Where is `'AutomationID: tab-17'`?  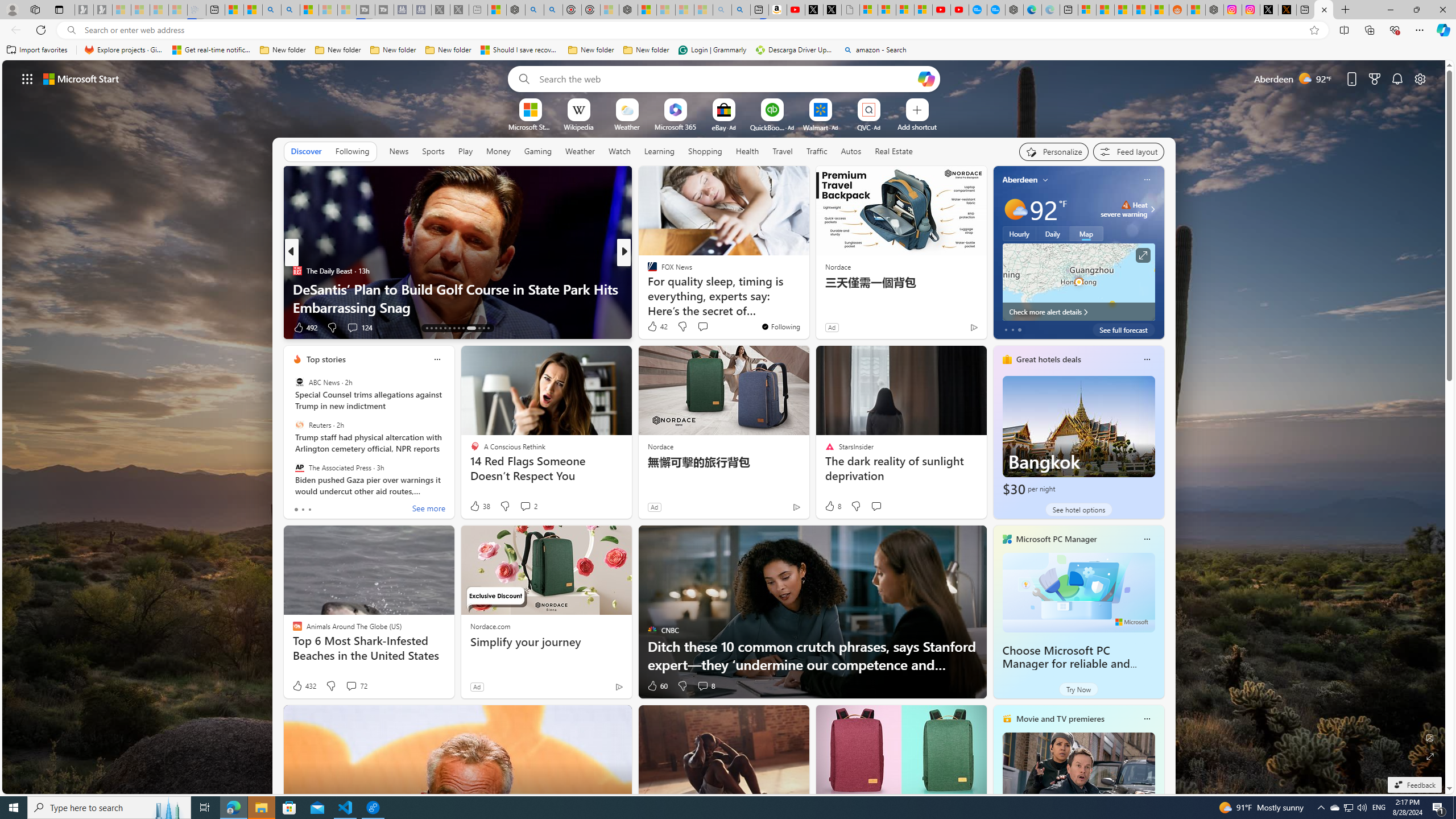 'AutomationID: tab-17' is located at coordinates (445, 328).